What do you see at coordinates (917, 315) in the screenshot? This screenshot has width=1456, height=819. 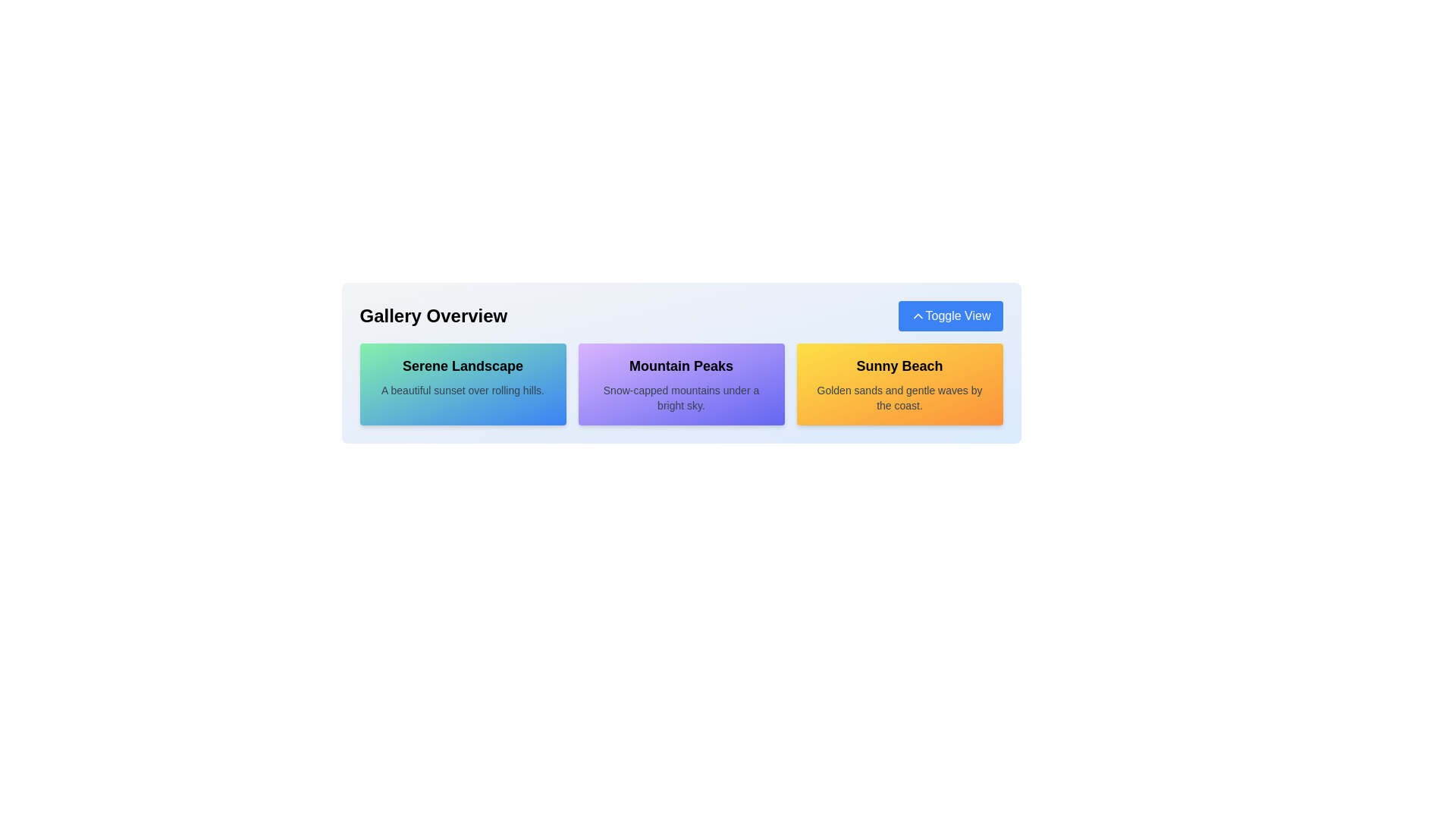 I see `the chevron icon located within the 'Toggle View' button` at bounding box center [917, 315].